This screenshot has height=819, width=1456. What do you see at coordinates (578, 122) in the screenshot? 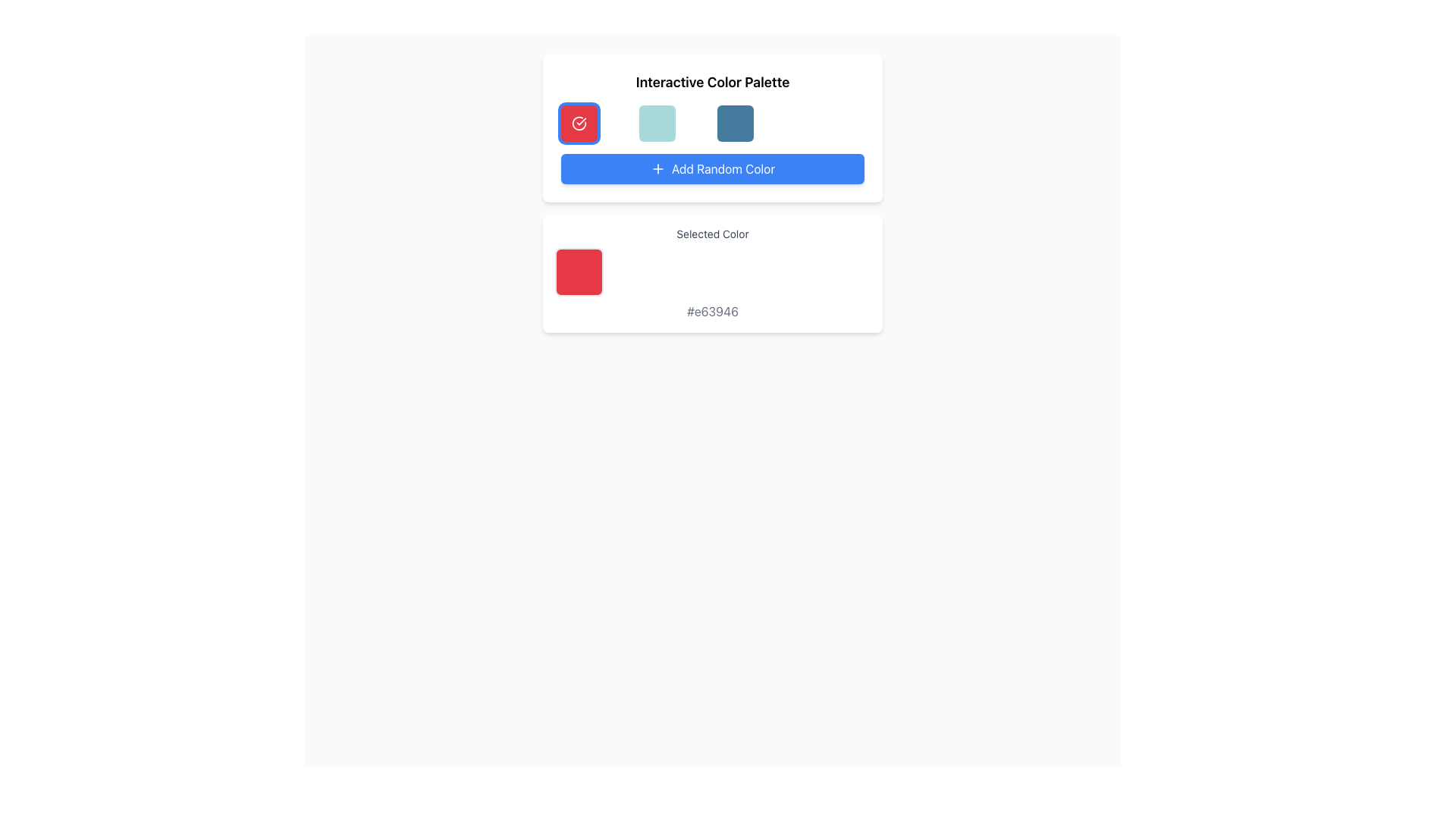
I see `the selectable colored button or tile located in the 'Interactive Color Palette' section, which is the first item in the grid` at bounding box center [578, 122].